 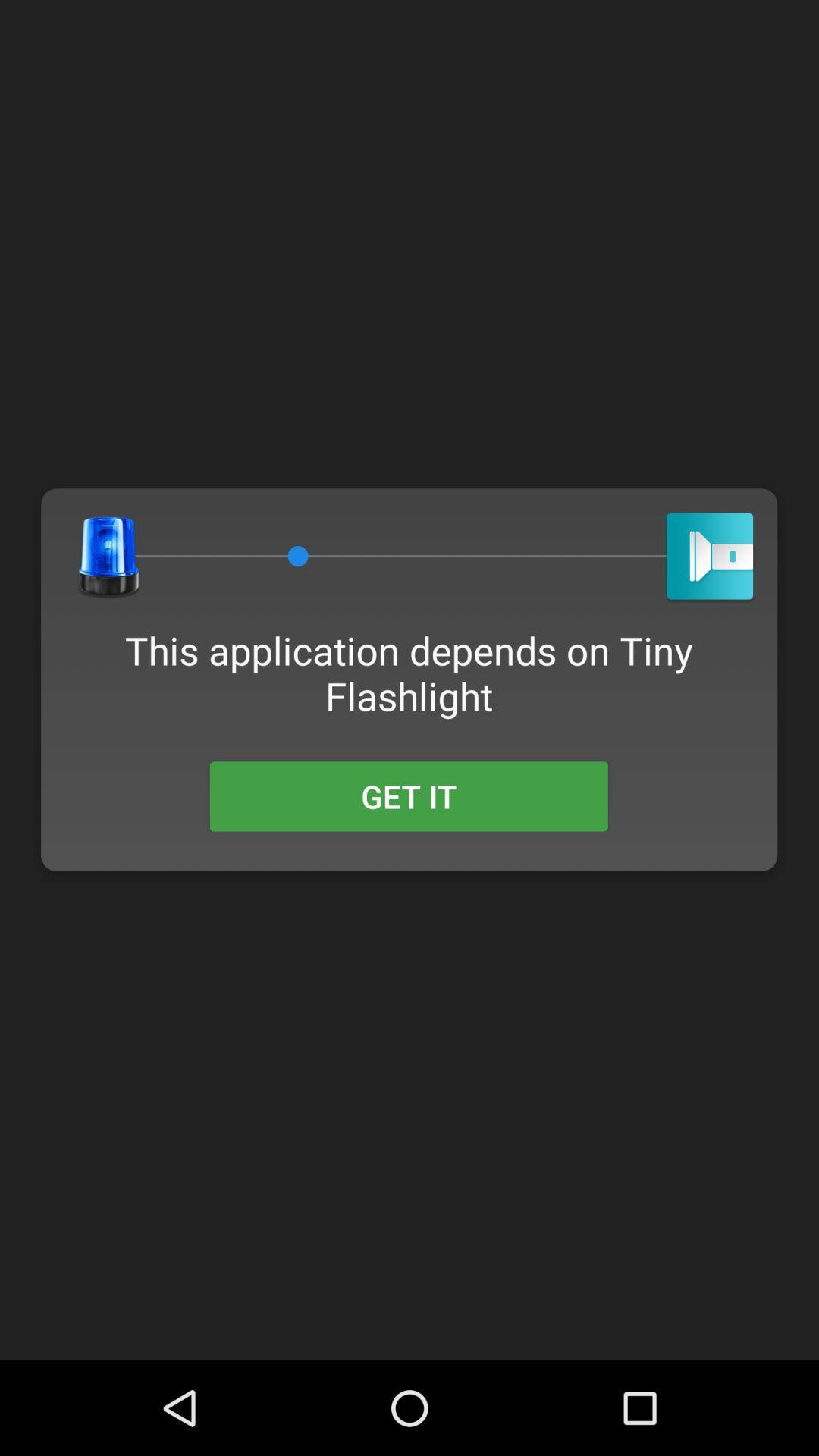 I want to click on the icon below the this application depends app, so click(x=408, y=795).